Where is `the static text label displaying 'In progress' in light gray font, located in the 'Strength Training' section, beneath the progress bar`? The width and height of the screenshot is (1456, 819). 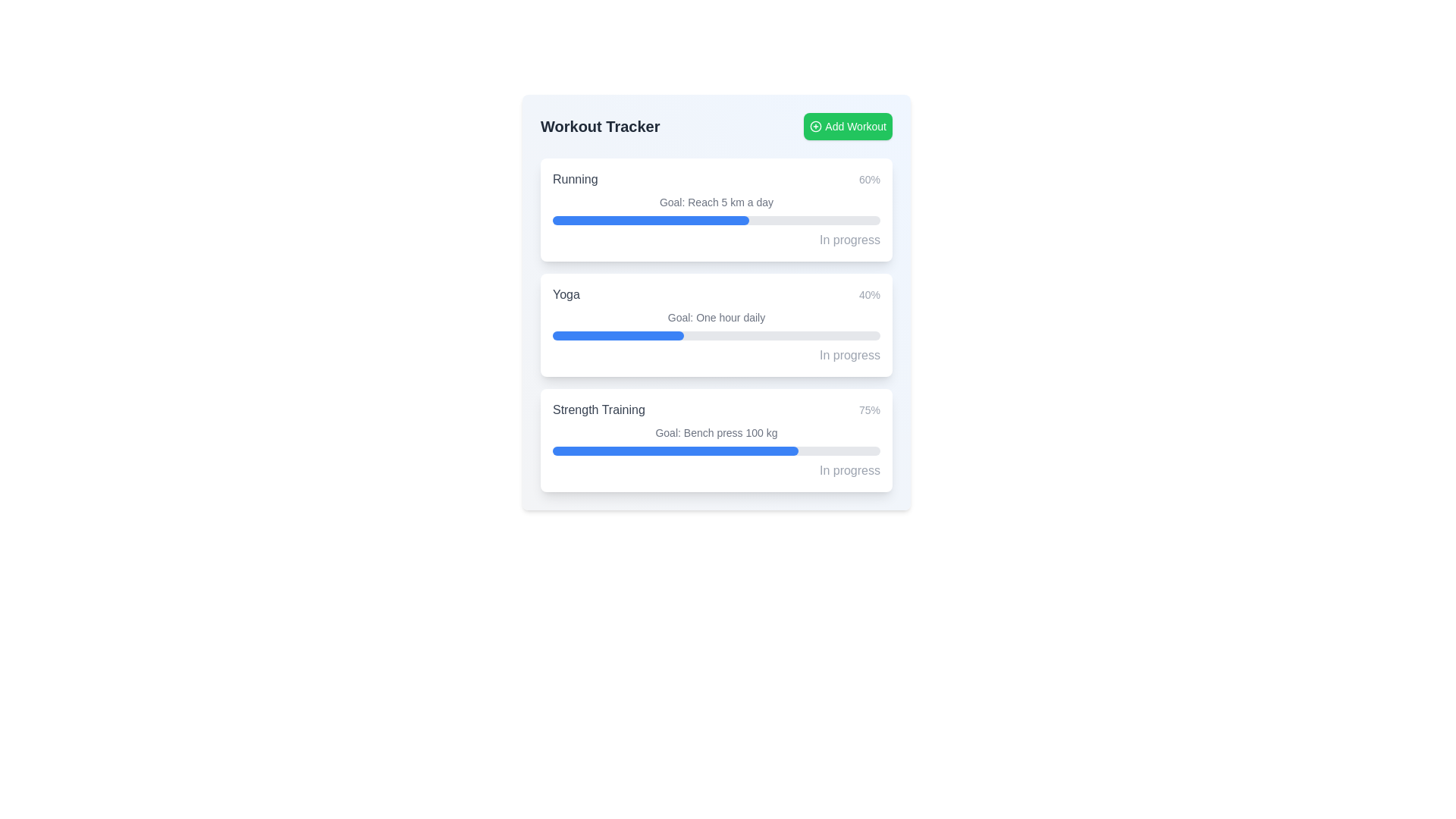
the static text label displaying 'In progress' in light gray font, located in the 'Strength Training' section, beneath the progress bar is located at coordinates (849, 469).